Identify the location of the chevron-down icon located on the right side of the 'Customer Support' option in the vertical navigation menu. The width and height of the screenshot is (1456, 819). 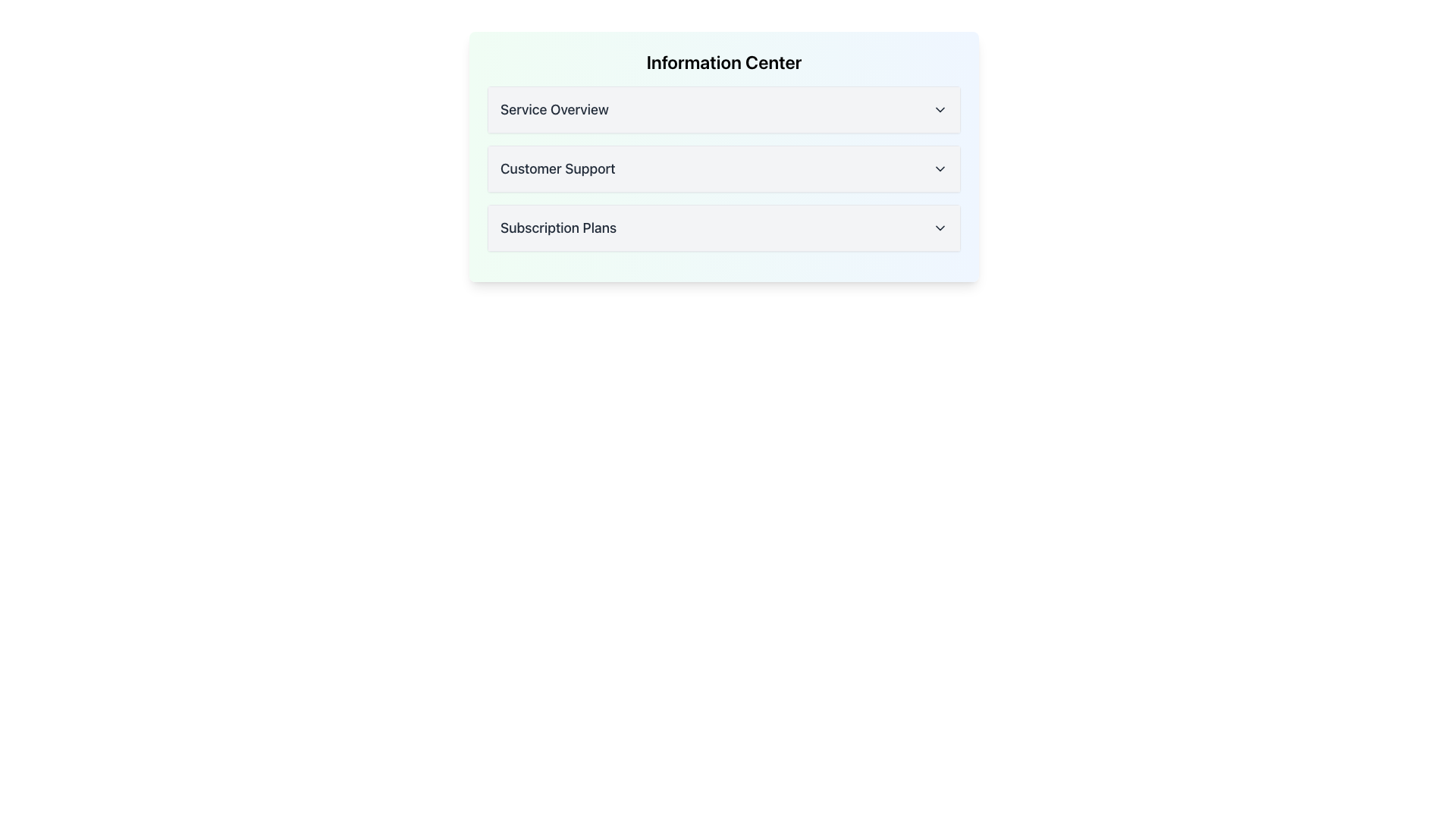
(939, 169).